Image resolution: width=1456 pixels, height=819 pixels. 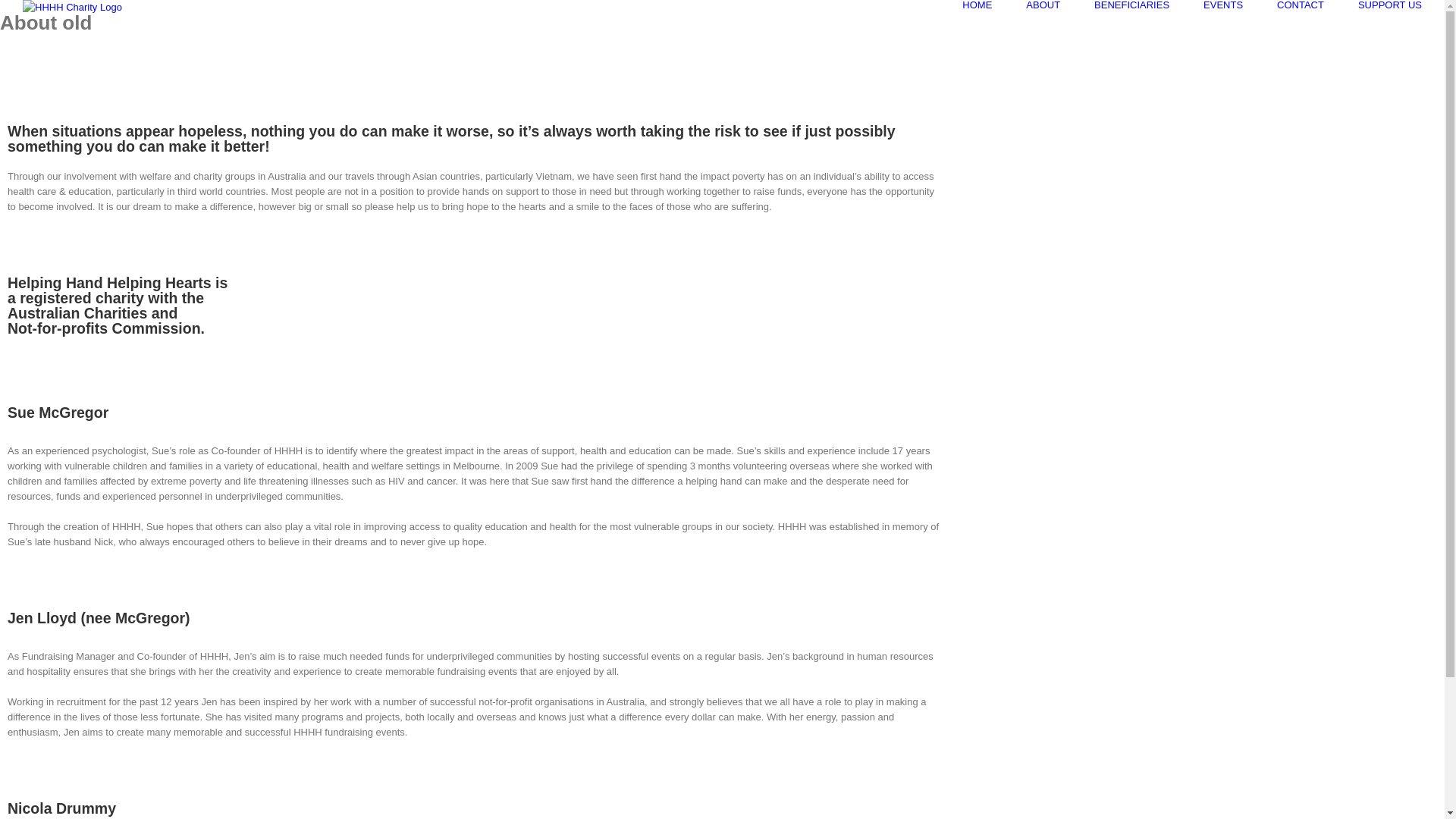 What do you see at coordinates (1390, 5) in the screenshot?
I see `'SUPPORT US'` at bounding box center [1390, 5].